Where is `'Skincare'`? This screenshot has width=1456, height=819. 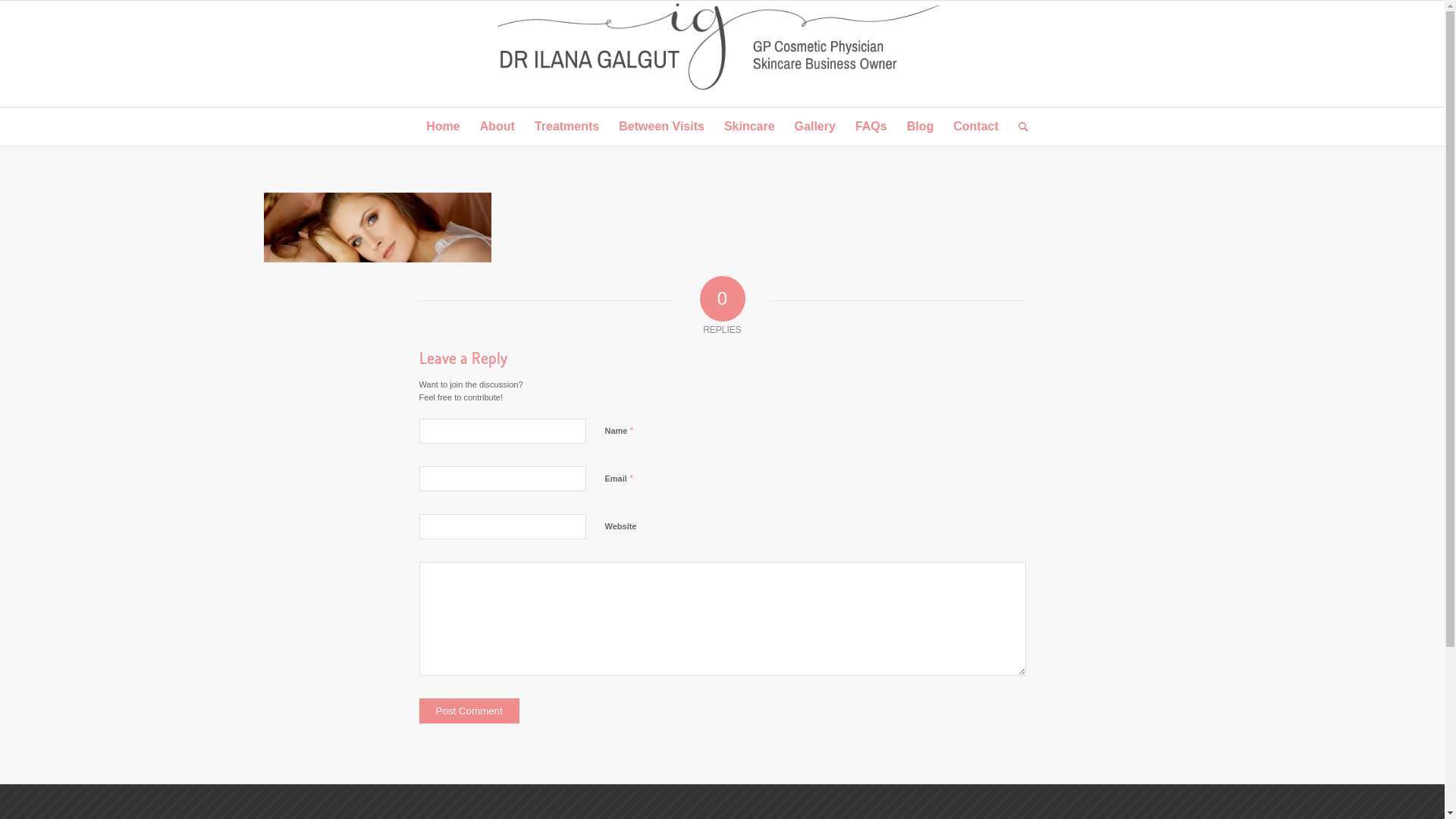
'Skincare' is located at coordinates (749, 125).